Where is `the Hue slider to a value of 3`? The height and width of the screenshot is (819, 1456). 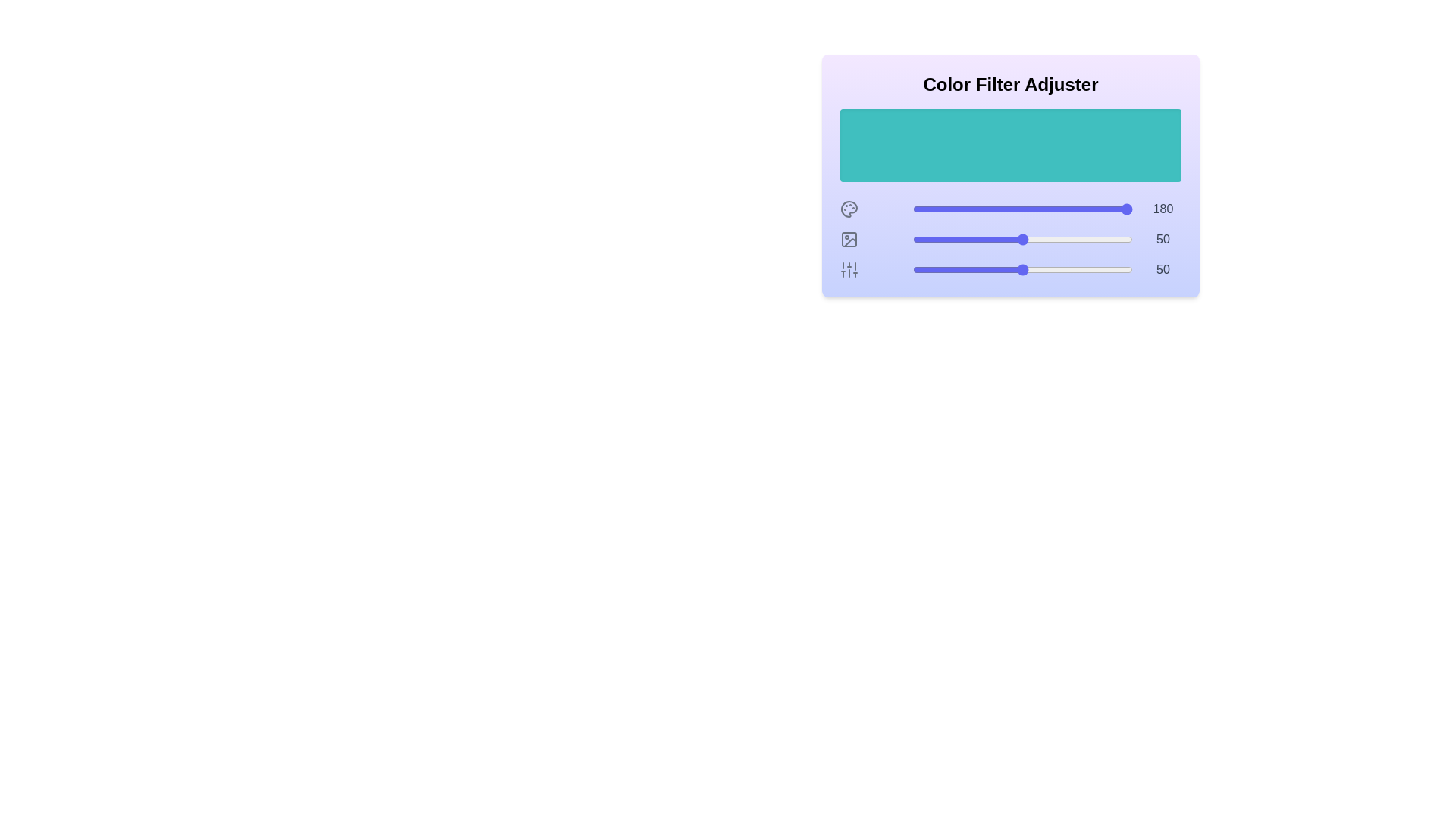 the Hue slider to a value of 3 is located at coordinates (918, 209).